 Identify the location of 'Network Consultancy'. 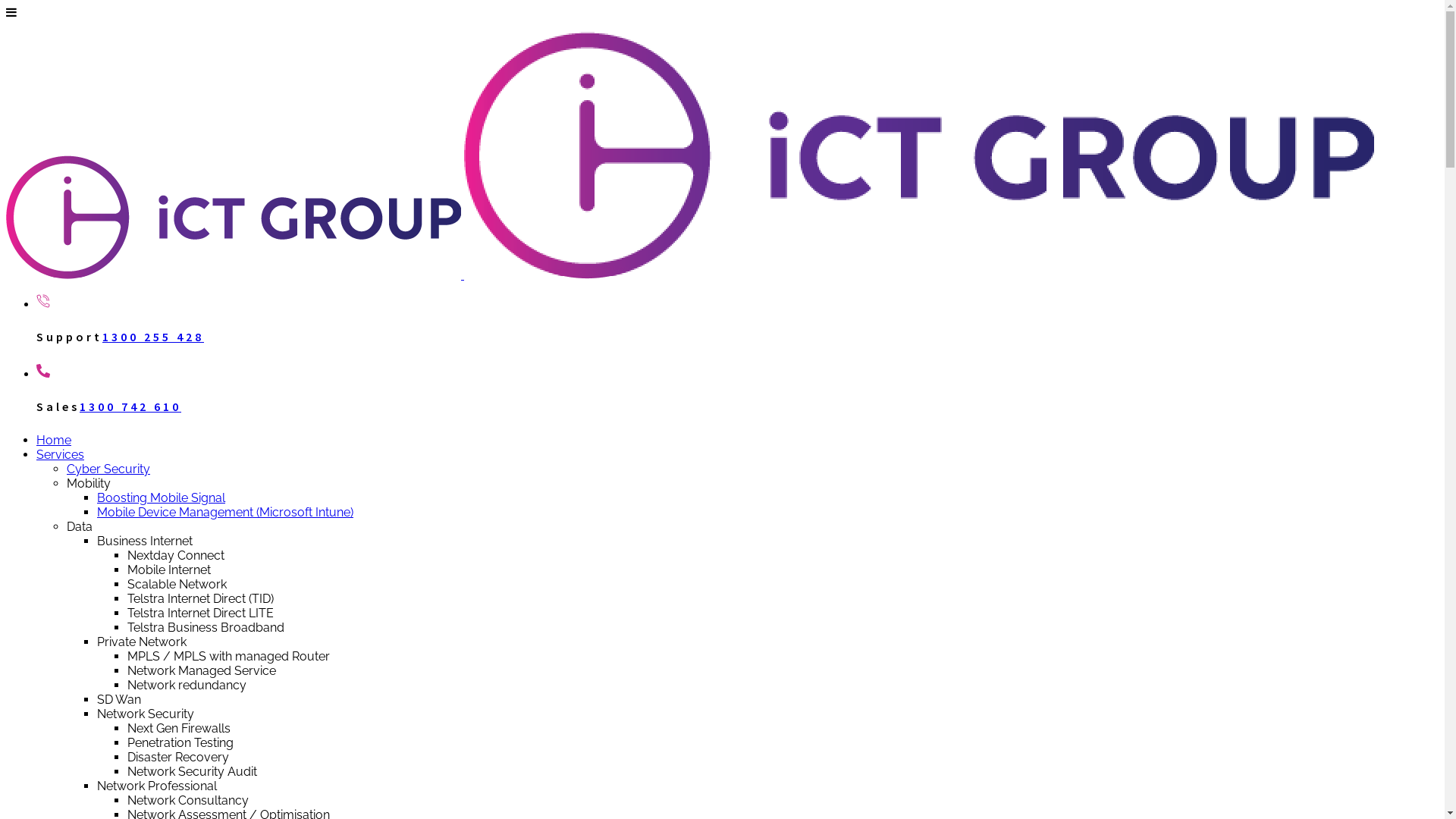
(127, 799).